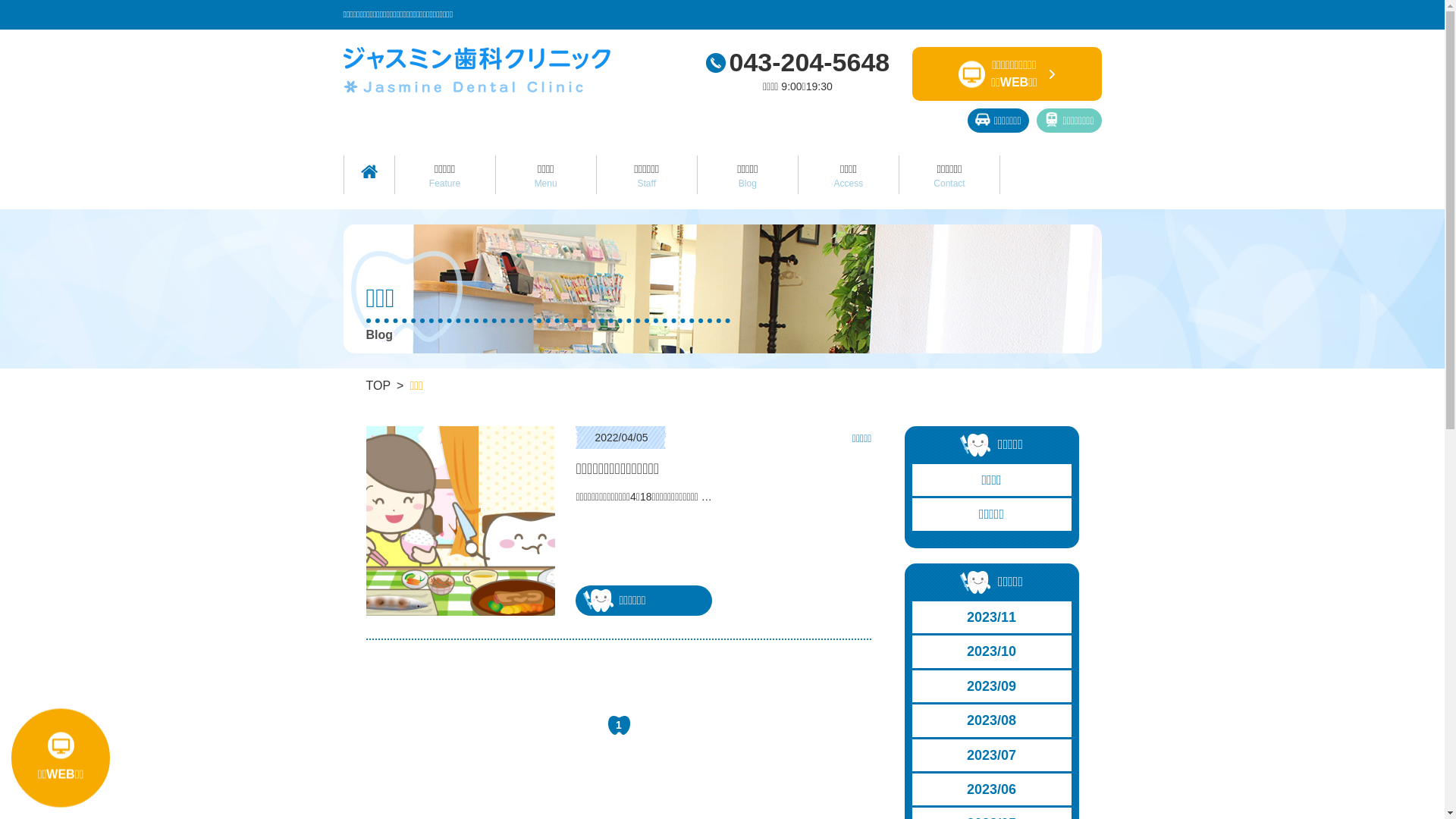 Image resolution: width=1456 pixels, height=819 pixels. Describe the element at coordinates (369, 171) in the screenshot. I see `'home'` at that location.